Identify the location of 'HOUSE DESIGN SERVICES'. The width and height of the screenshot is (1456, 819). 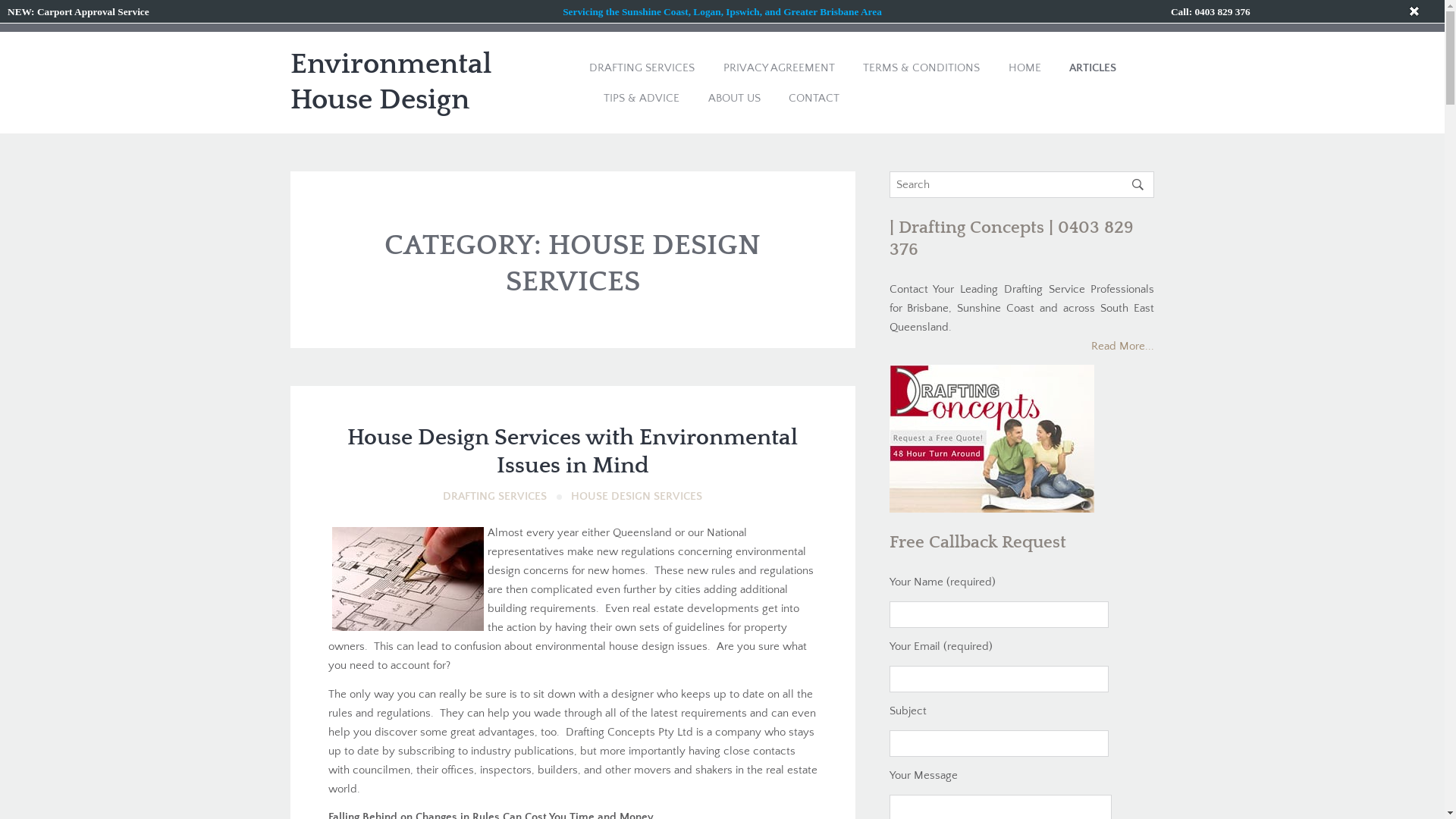
(636, 496).